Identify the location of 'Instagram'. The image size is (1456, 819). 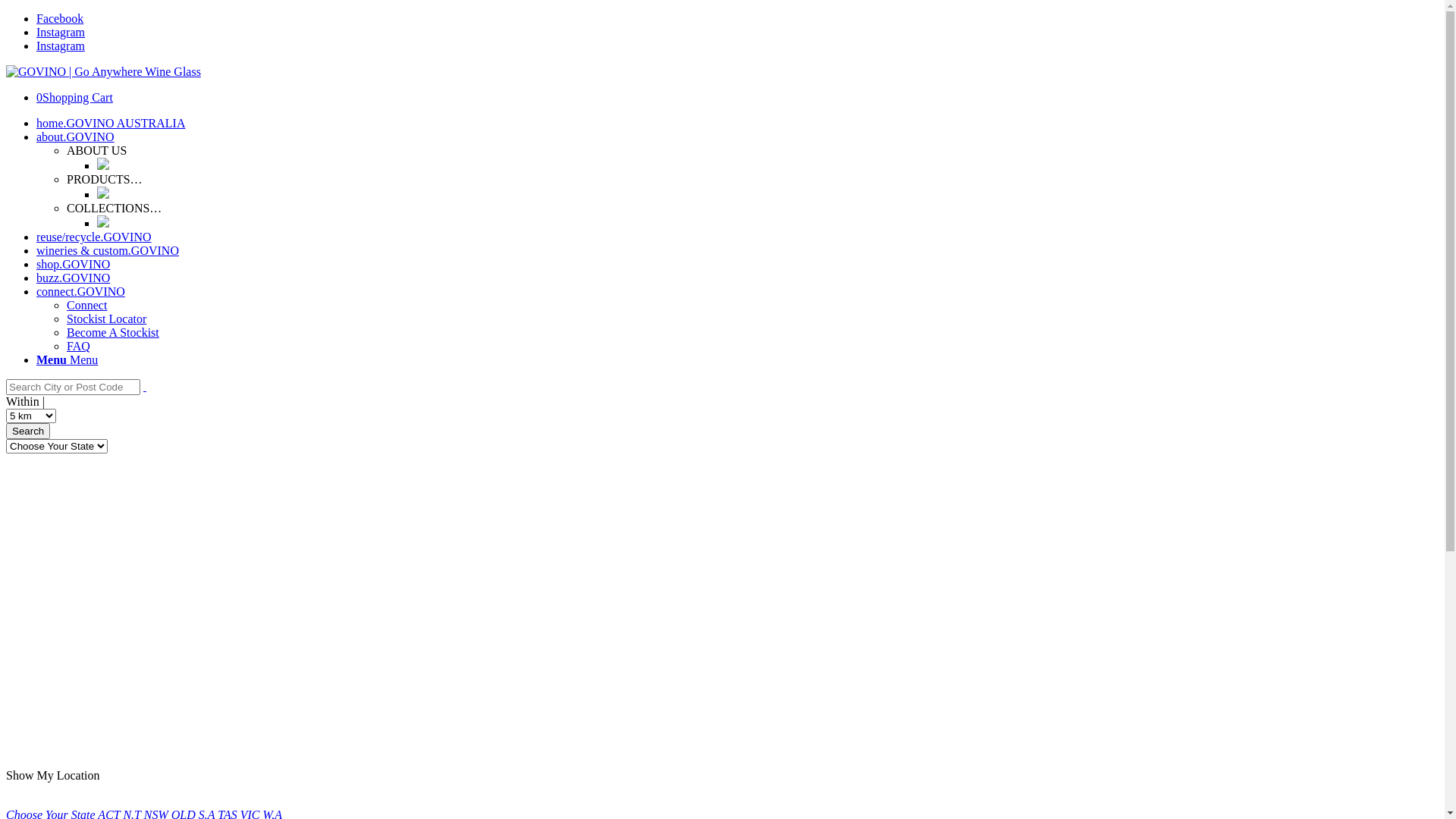
(61, 45).